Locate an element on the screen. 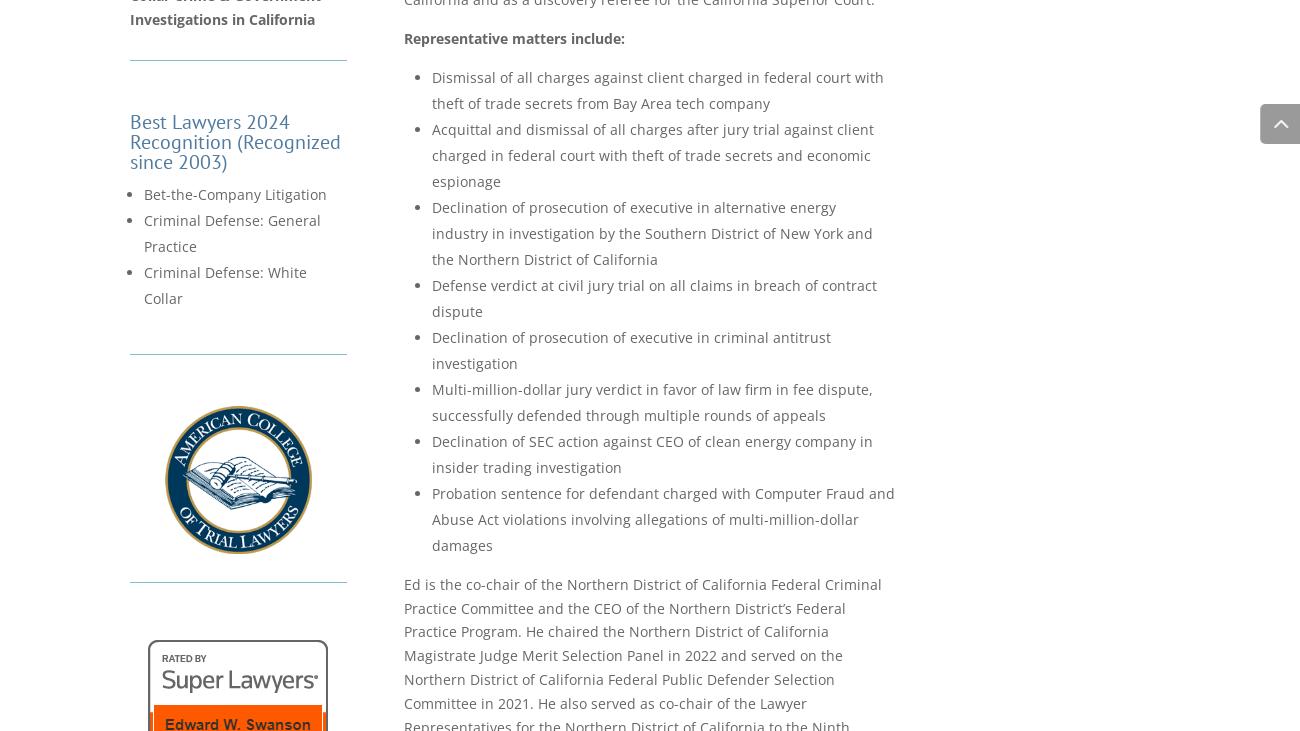 The image size is (1300, 731). 'Declination of SEC action against CEO of clean energy company in insider trading investigation' is located at coordinates (651, 453).